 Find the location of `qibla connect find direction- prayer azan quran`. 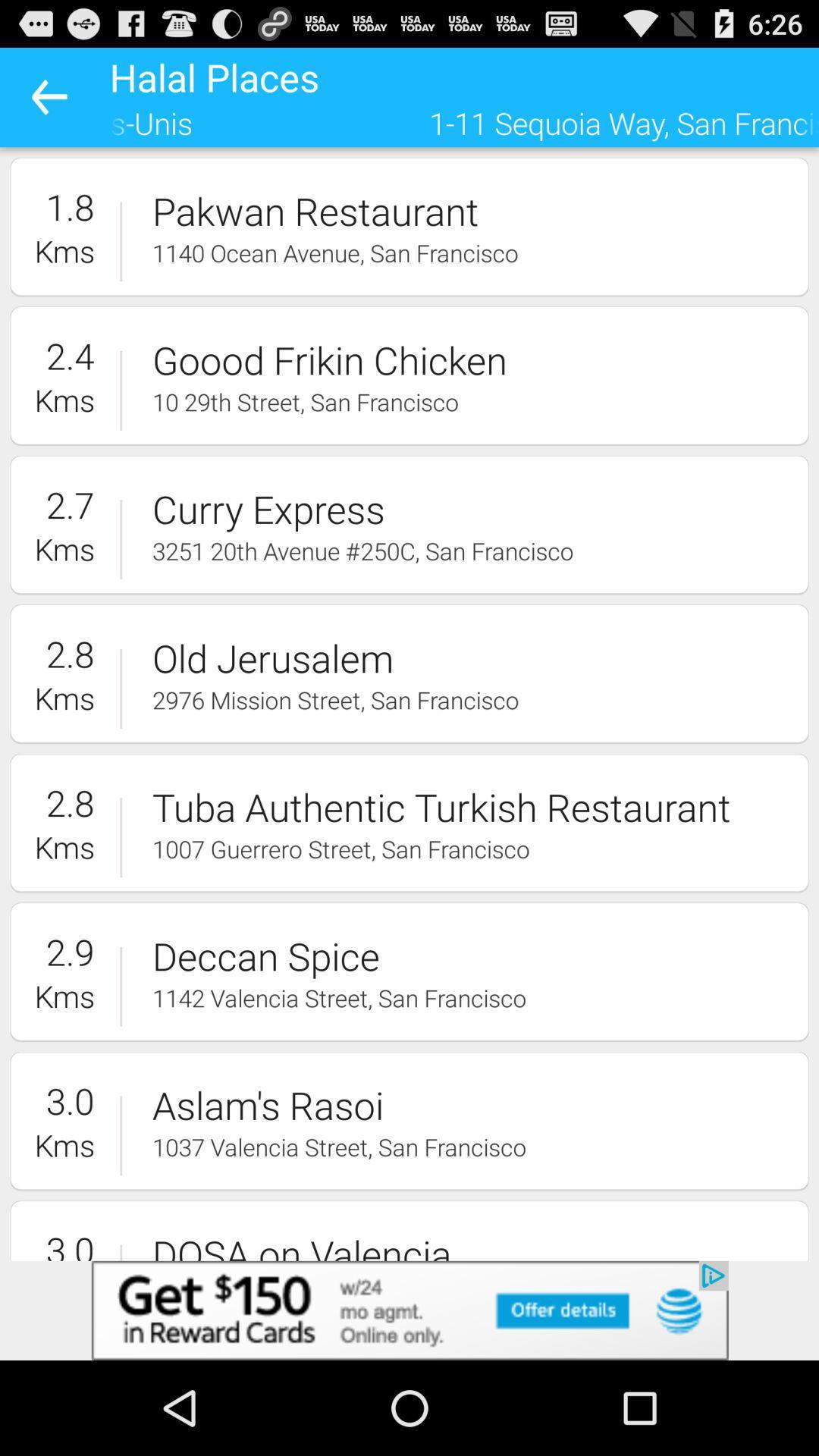

qibla connect find direction- prayer azan quran is located at coordinates (409, 1310).